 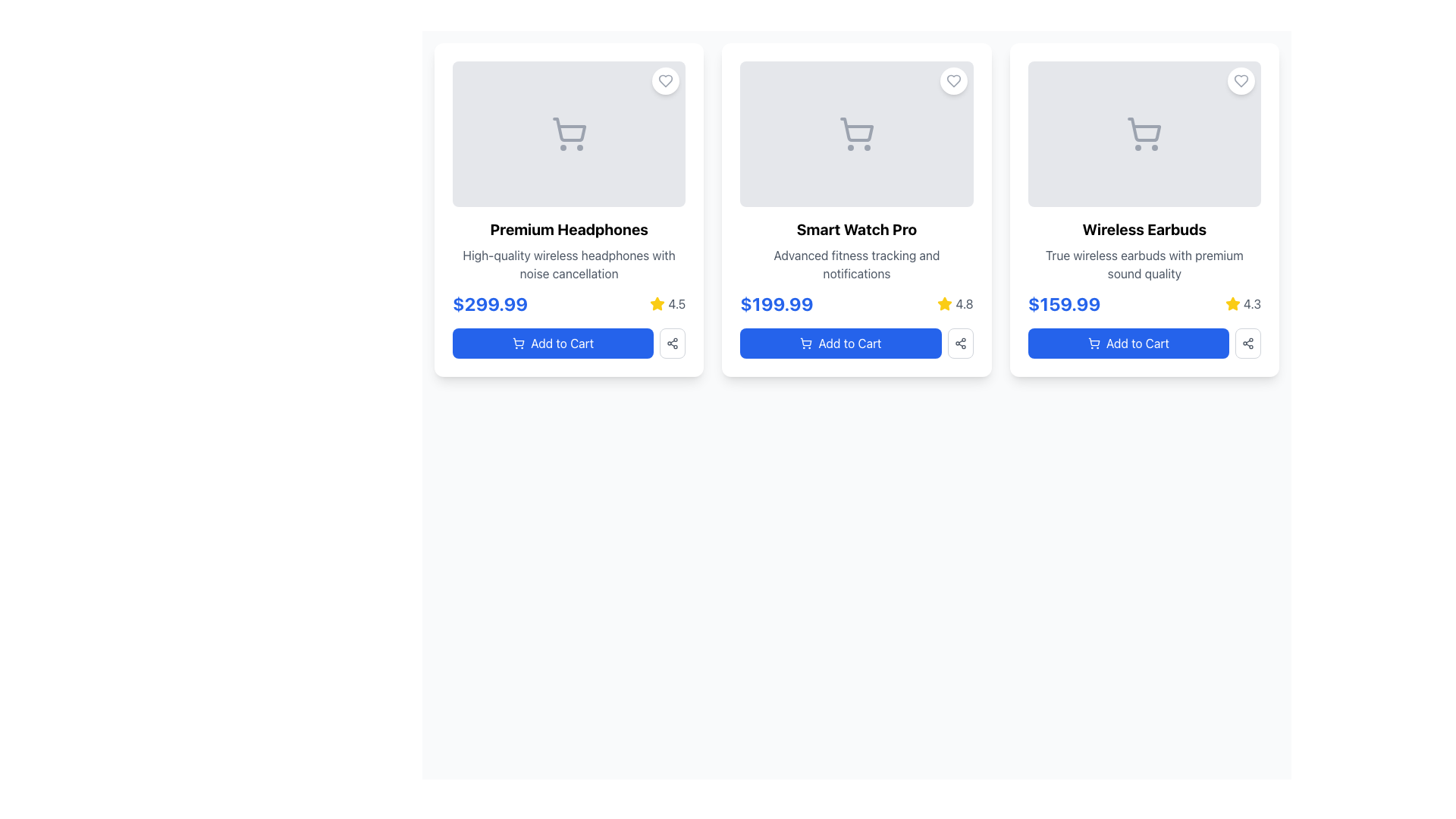 I want to click on the visual depiction of the shopping cart icon located within the product card for 'Premium Headphones', which is the main part of the icon surrounded by circular elements representing wheels, so click(x=519, y=342).